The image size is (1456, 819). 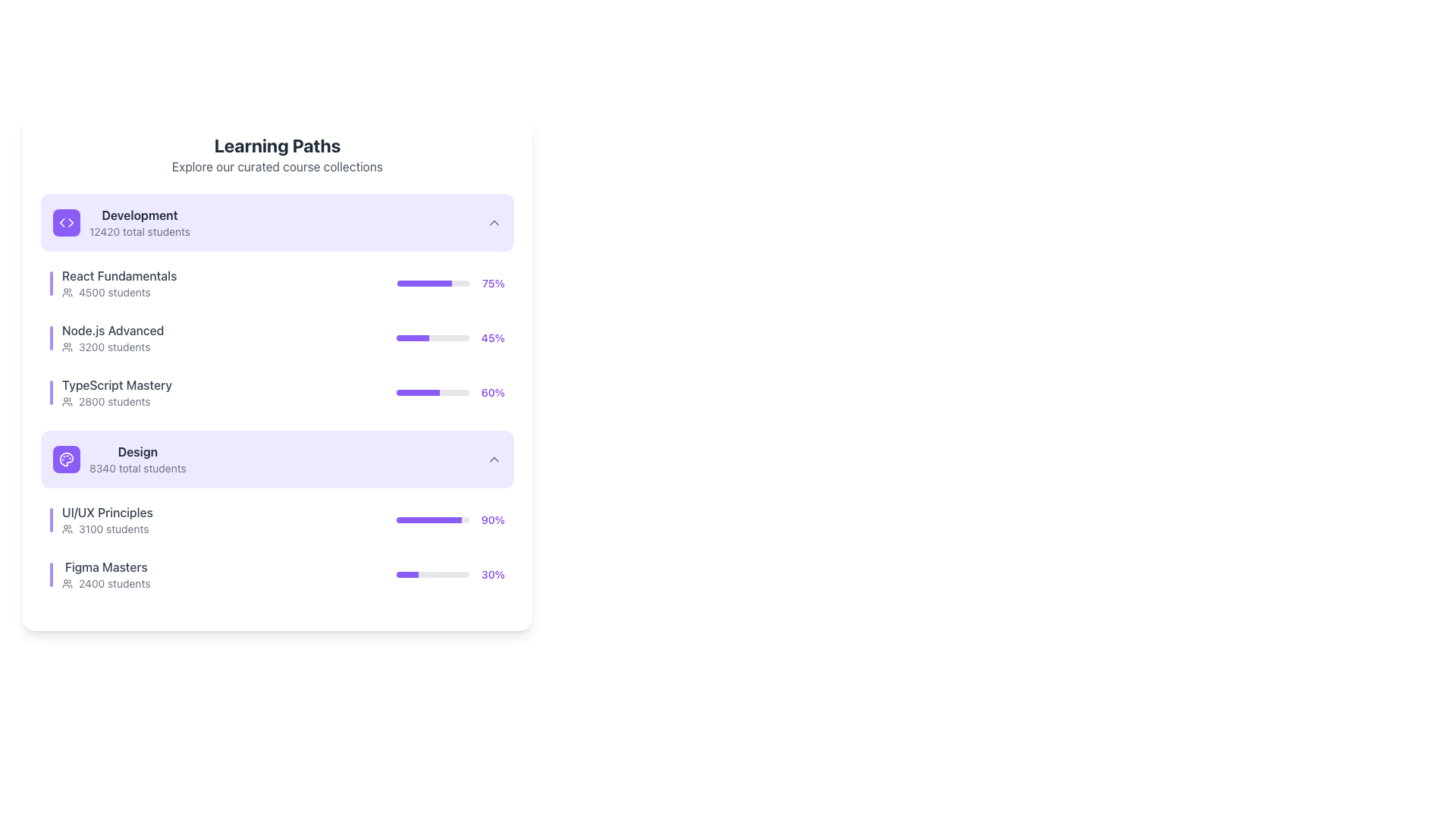 I want to click on the small triangular toggle icon located in the top-right corner of the 'Development' section header, which is styled in gray and indicates inactive importance, so click(x=494, y=222).